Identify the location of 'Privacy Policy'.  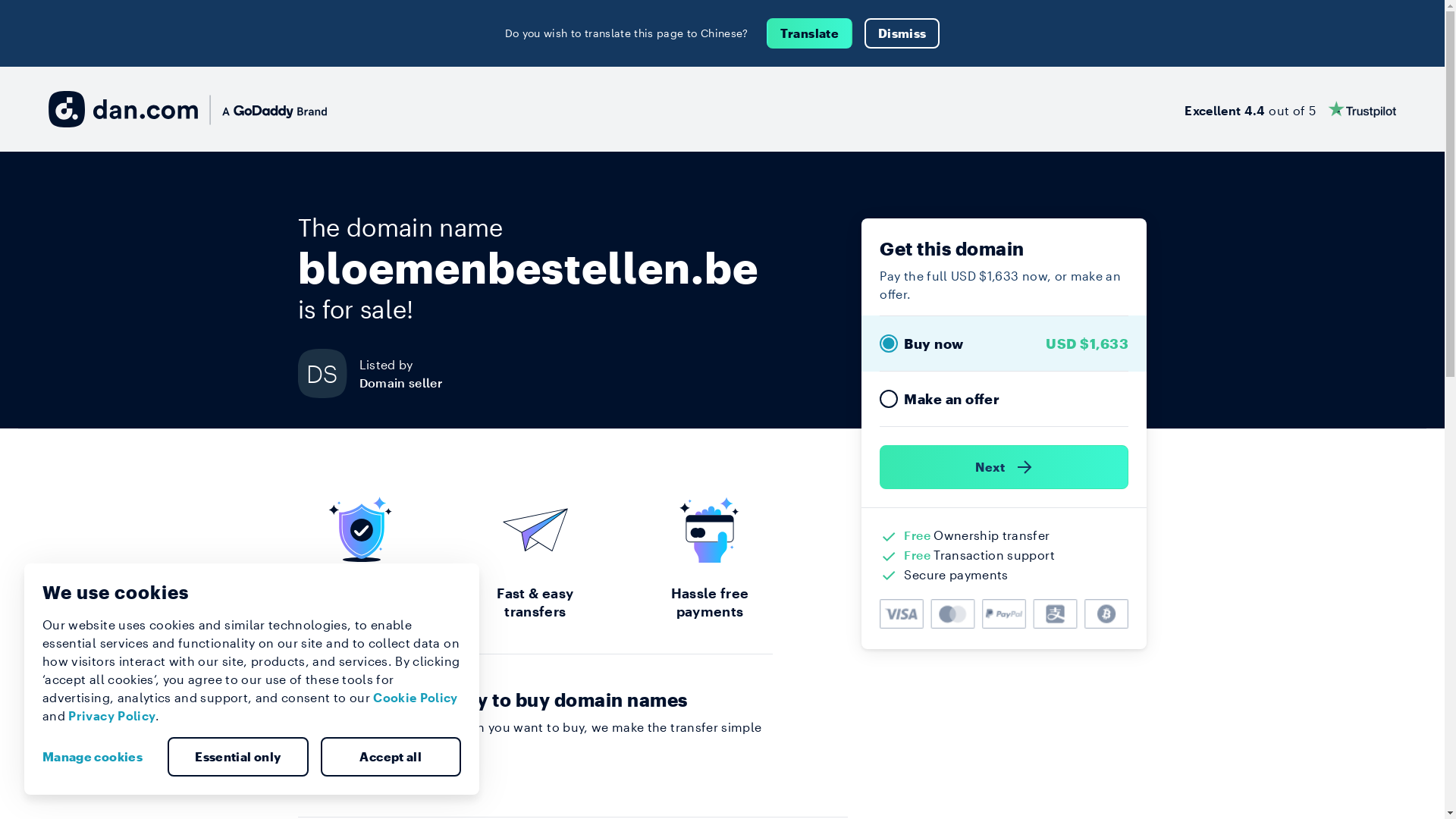
(111, 715).